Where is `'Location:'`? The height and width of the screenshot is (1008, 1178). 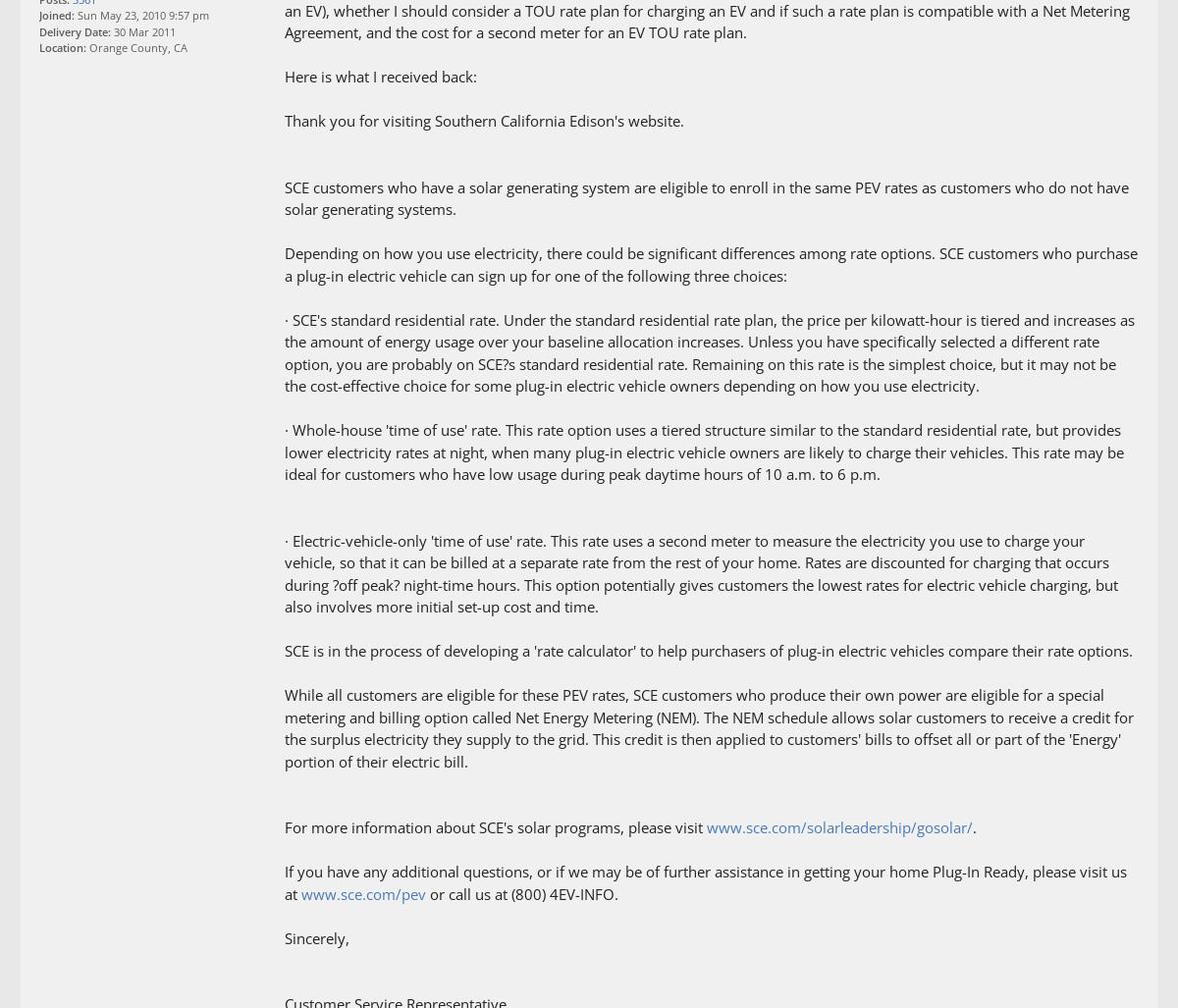
'Location:' is located at coordinates (38, 47).